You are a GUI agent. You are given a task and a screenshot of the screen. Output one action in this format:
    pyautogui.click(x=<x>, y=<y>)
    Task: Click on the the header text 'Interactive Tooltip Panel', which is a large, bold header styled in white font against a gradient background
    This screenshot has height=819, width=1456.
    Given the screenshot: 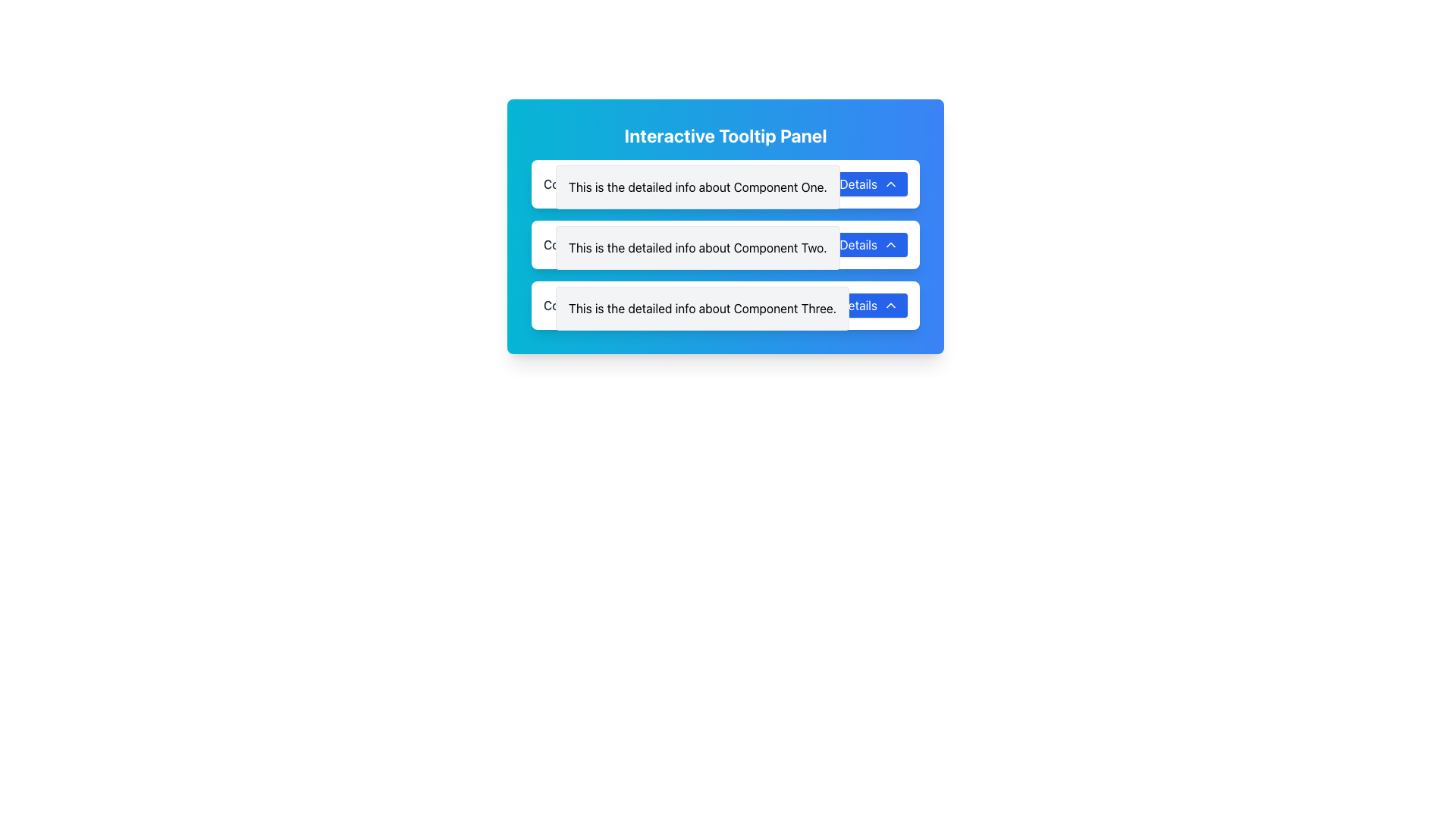 What is the action you would take?
    pyautogui.click(x=724, y=134)
    